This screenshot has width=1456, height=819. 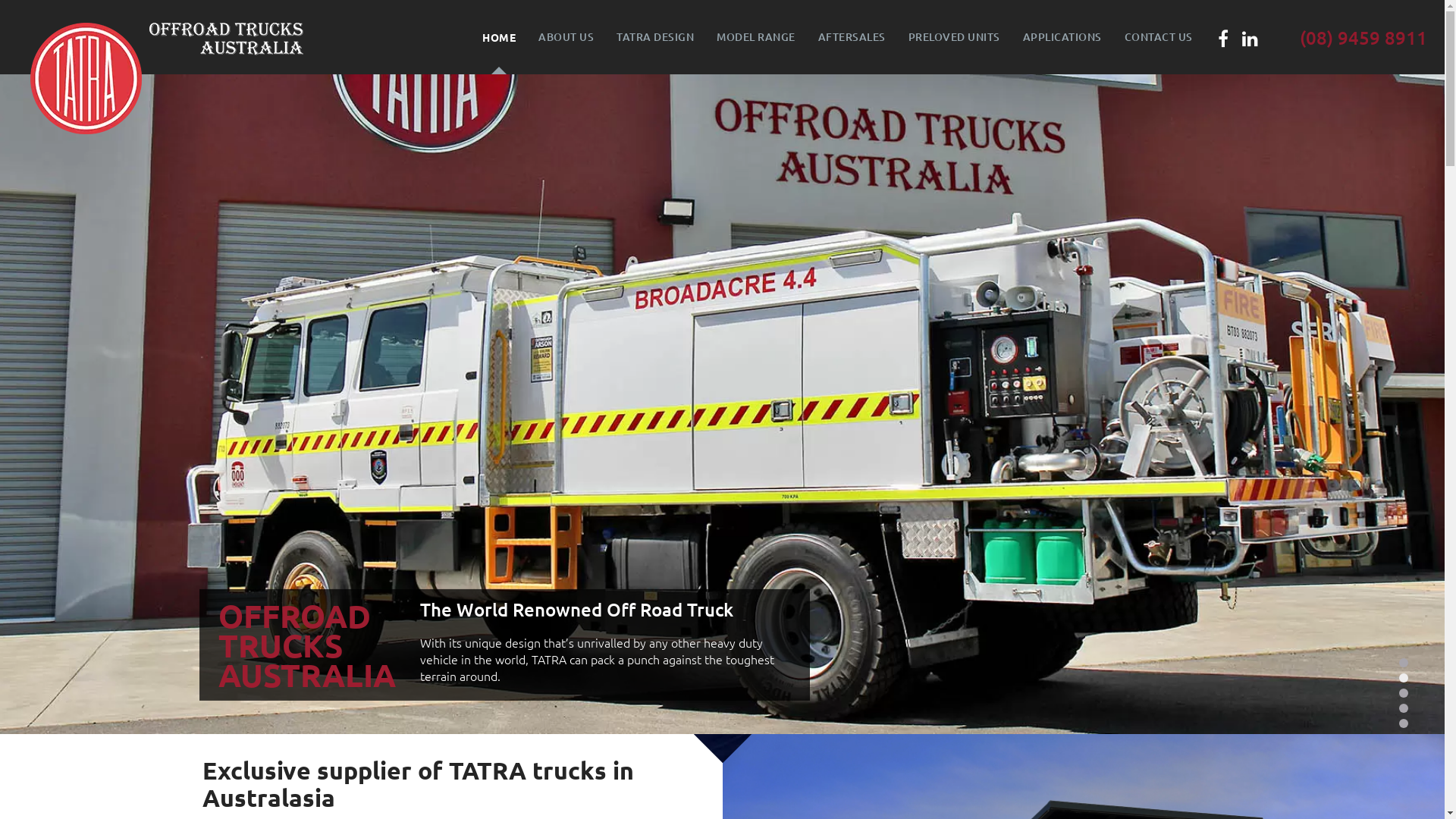 What do you see at coordinates (225, 36) in the screenshot?
I see `'Offroad Trucks Australia'` at bounding box center [225, 36].